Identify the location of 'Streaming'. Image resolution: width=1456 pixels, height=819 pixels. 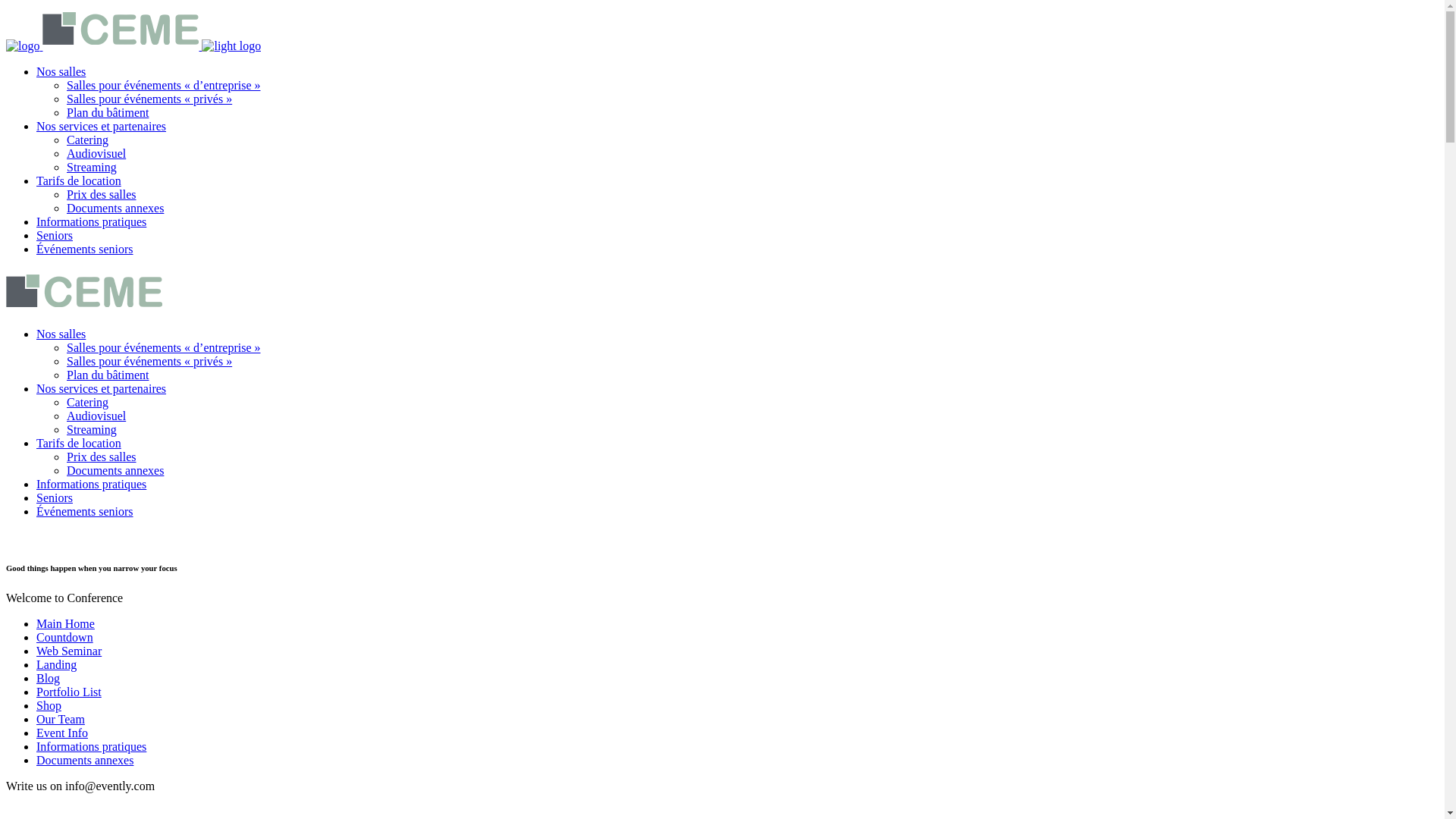
(90, 429).